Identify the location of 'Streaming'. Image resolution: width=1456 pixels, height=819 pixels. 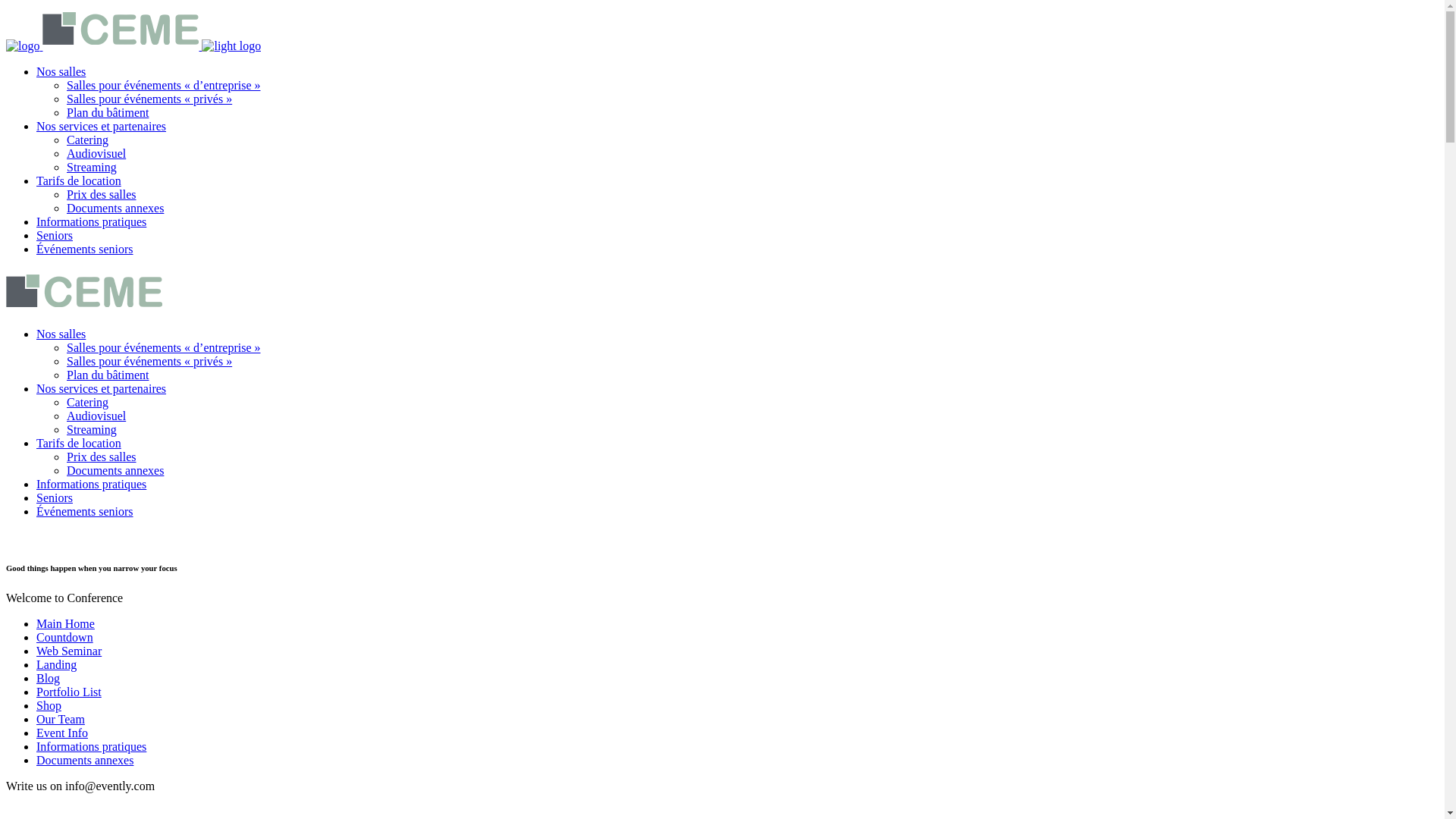
(90, 429).